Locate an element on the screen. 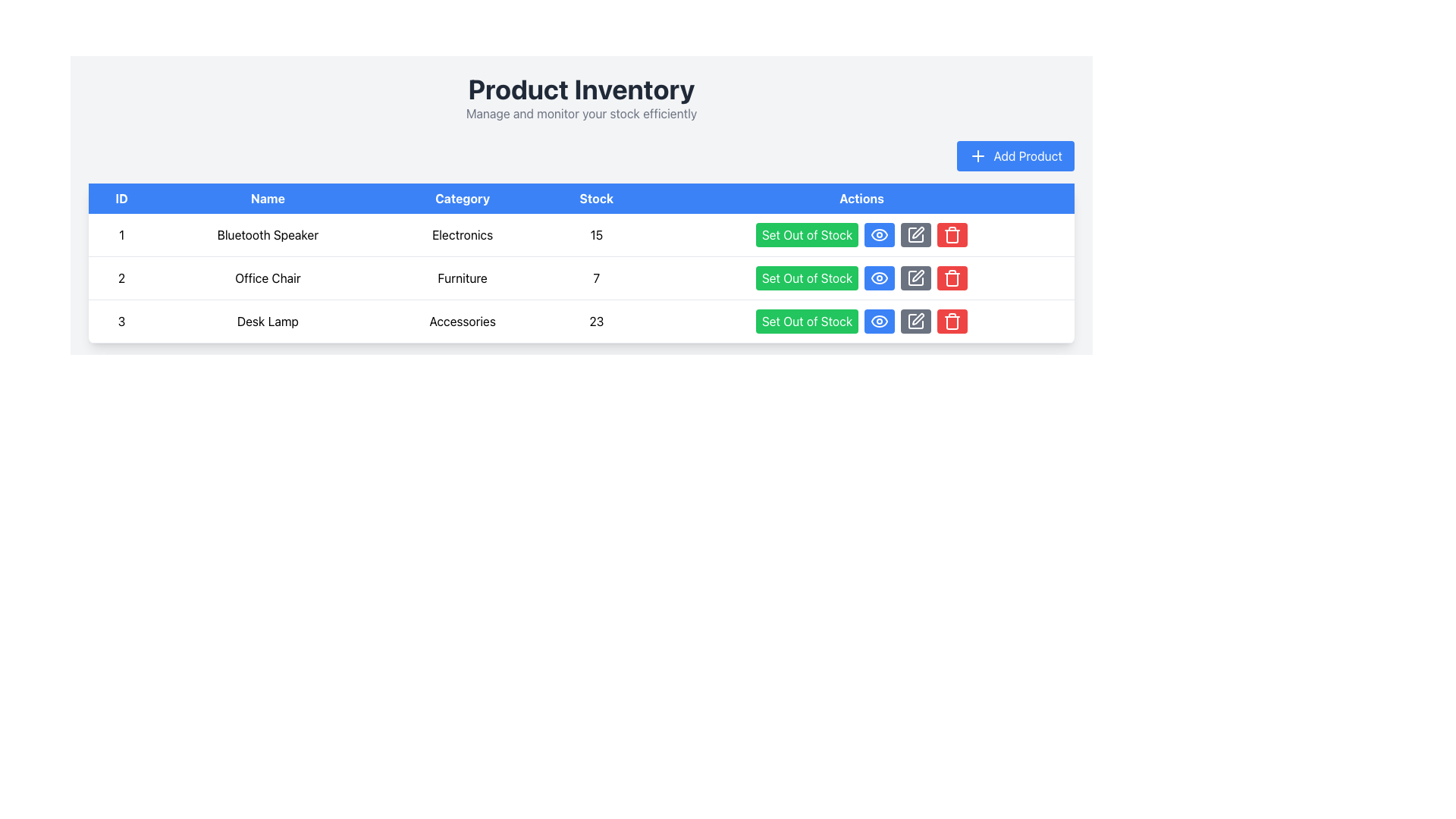 The width and height of the screenshot is (1456, 819). the third row of the Product Inventory table containing the product 'Desk Lamp' for details is located at coordinates (581, 321).